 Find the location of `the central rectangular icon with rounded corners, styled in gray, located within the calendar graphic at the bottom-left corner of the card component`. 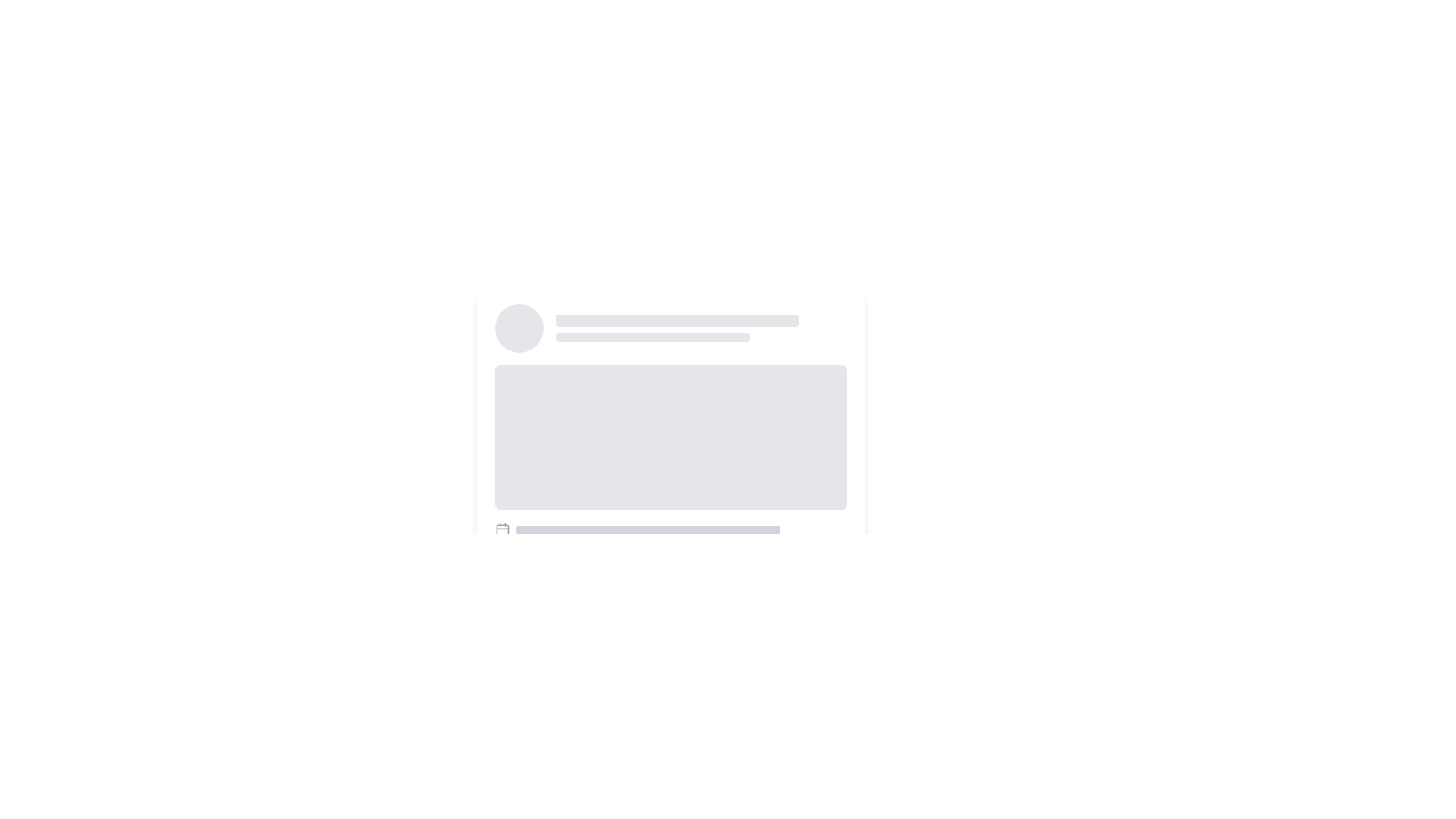

the central rectangular icon with rounded corners, styled in gray, located within the calendar graphic at the bottom-left corner of the card component is located at coordinates (502, 529).